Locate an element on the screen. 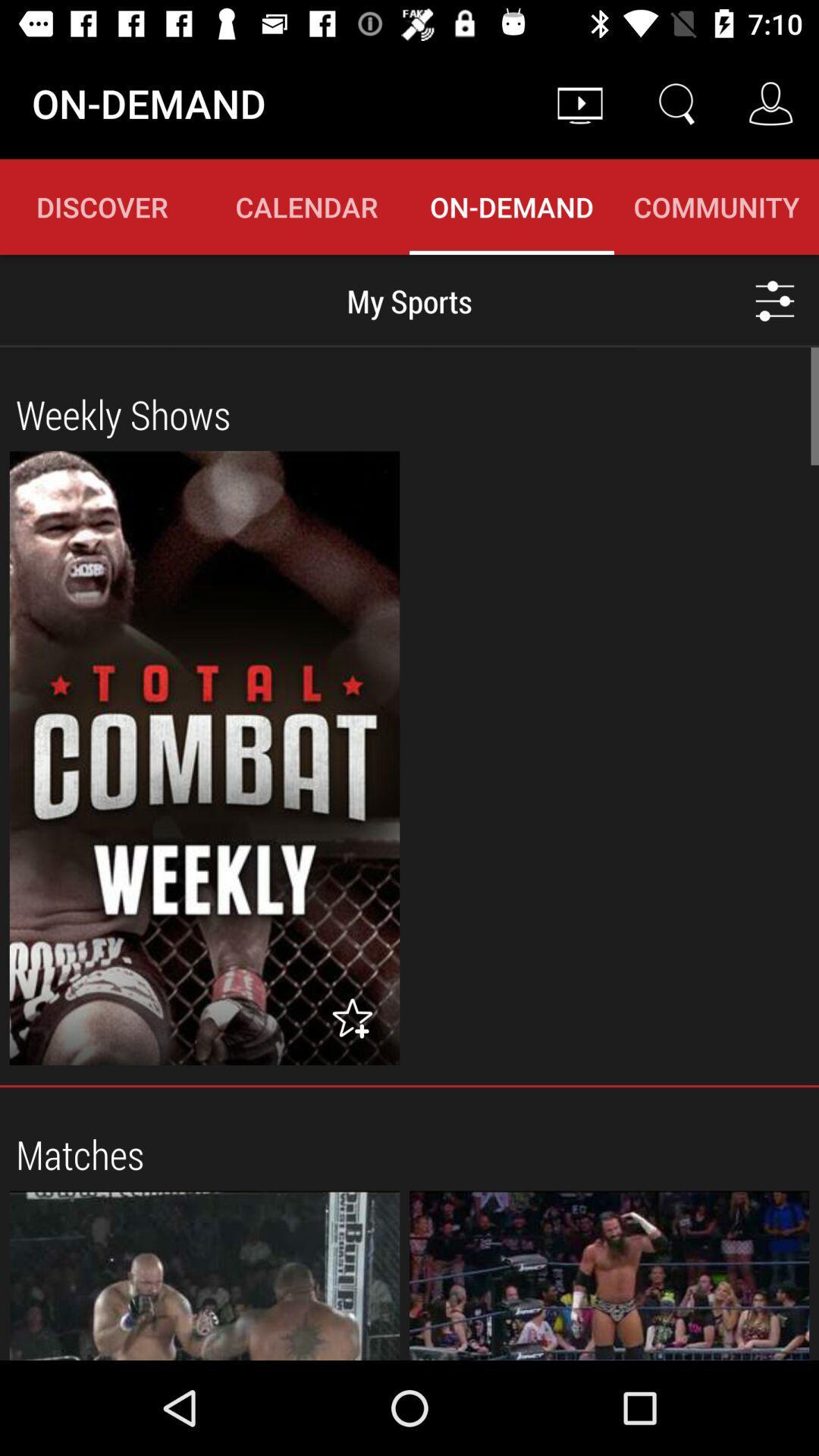 This screenshot has width=819, height=1456. icon left side to search icon is located at coordinates (579, 103).